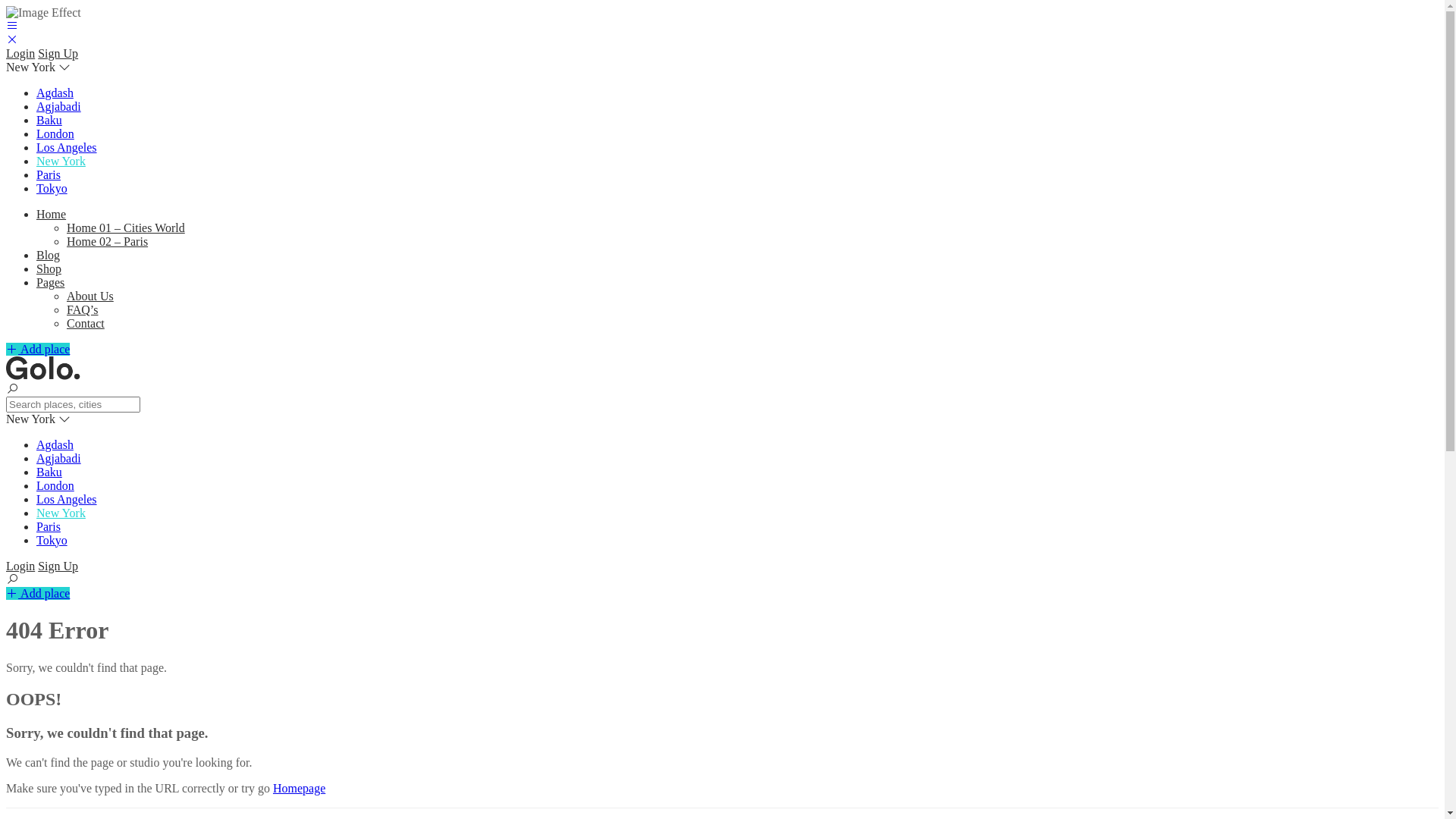 The width and height of the screenshot is (1456, 819). I want to click on 'London', so click(55, 133).